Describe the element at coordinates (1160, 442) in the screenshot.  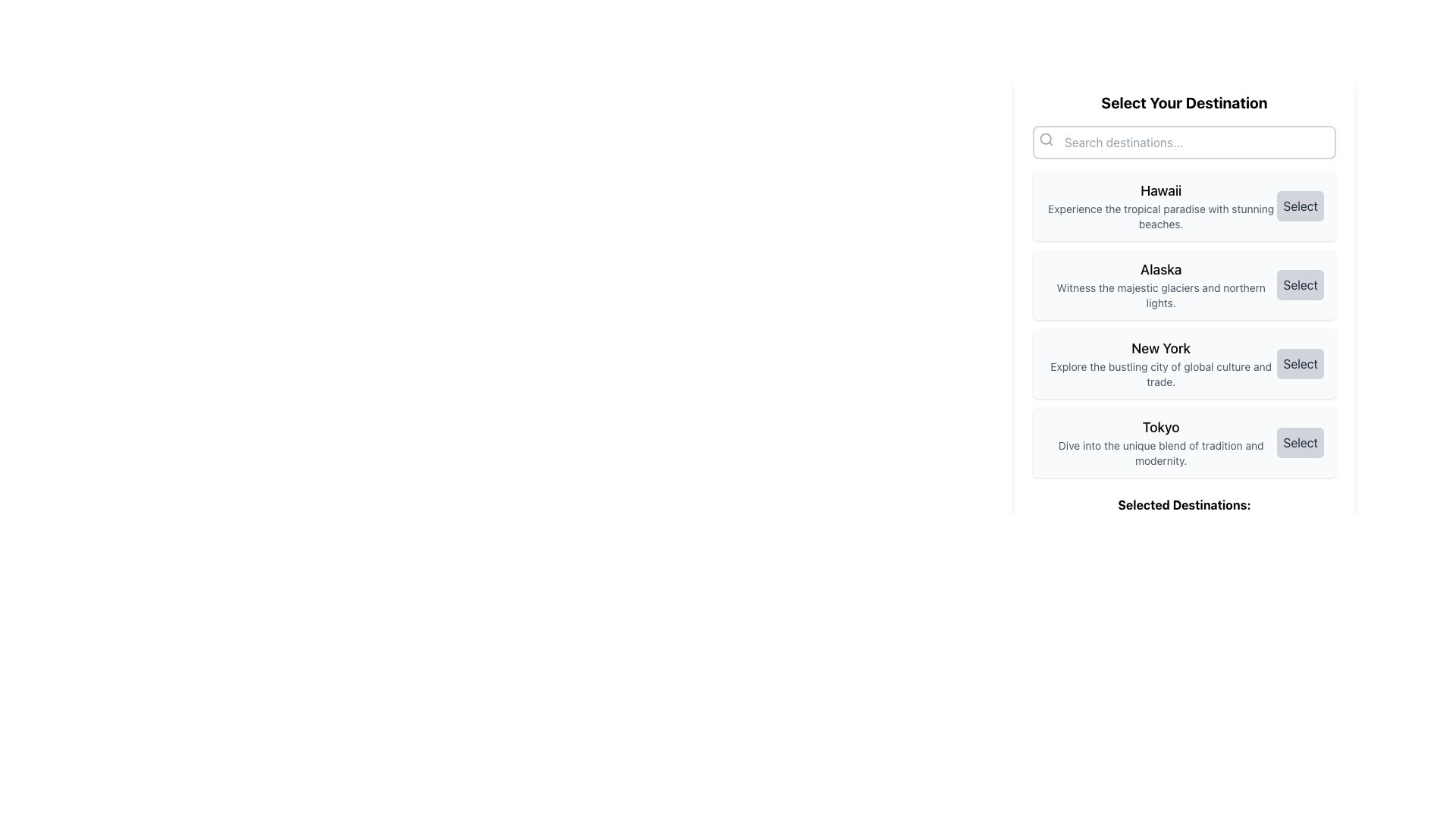
I see `descriptive text section of the 'Tokyo' card, which is located centrally within the card under the main title 'Tokyo'` at that location.